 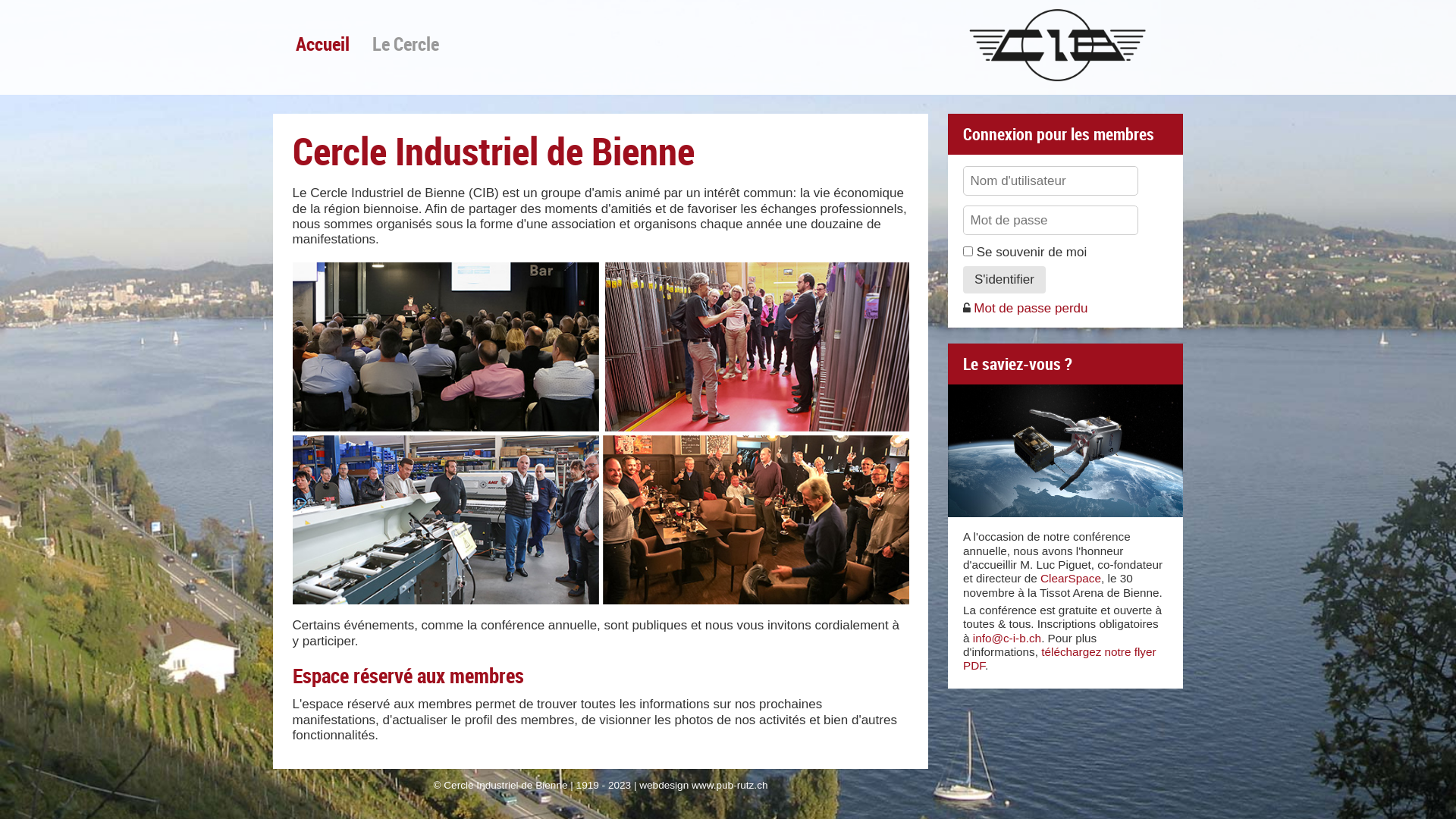 I want to click on 'ClearSpace', so click(x=1069, y=578).